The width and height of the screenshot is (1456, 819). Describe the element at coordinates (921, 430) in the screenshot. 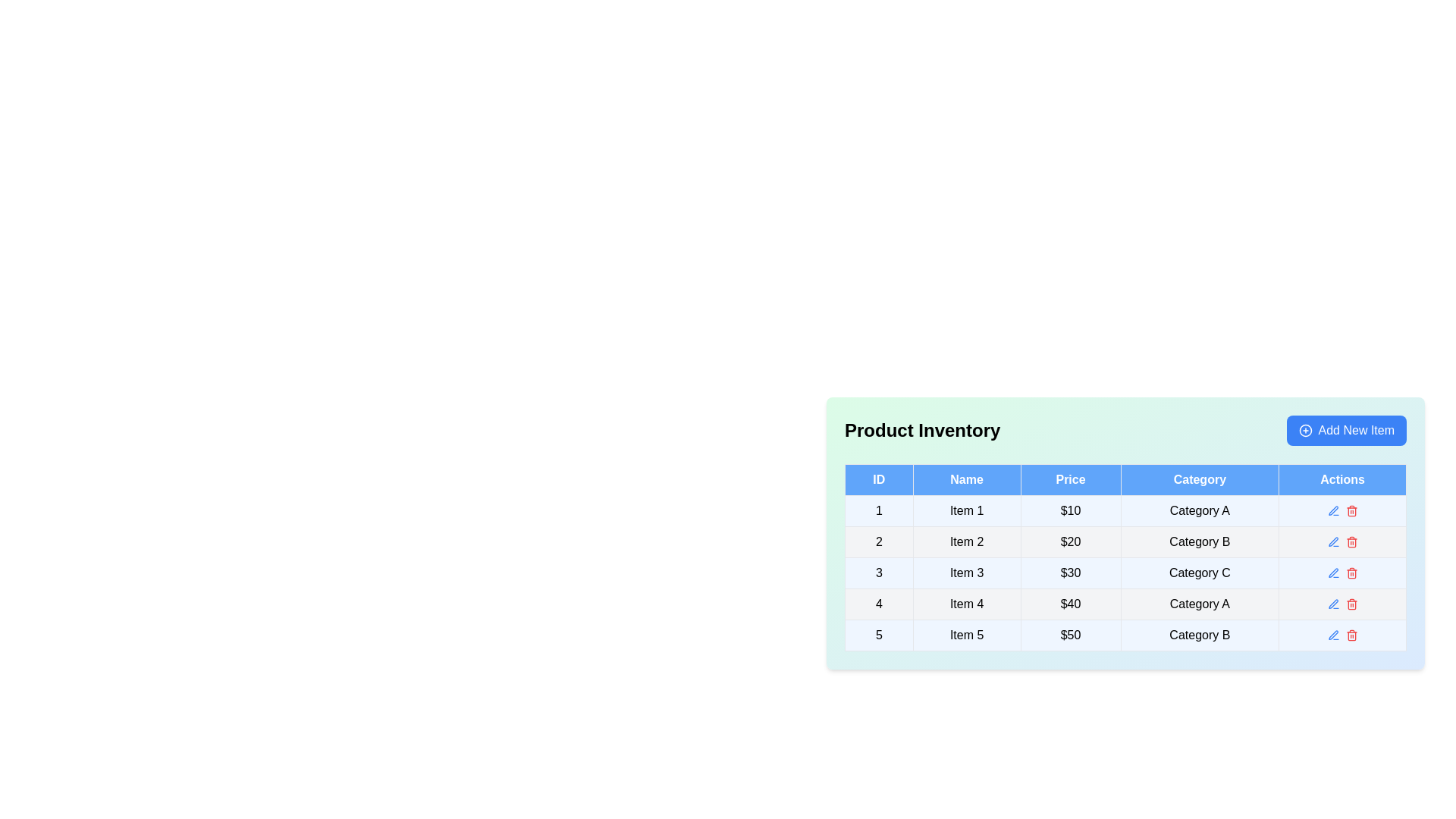

I see `the bold text label displaying 'Product Inventory' located at the top-left corner of the header section of the data table interface` at that location.